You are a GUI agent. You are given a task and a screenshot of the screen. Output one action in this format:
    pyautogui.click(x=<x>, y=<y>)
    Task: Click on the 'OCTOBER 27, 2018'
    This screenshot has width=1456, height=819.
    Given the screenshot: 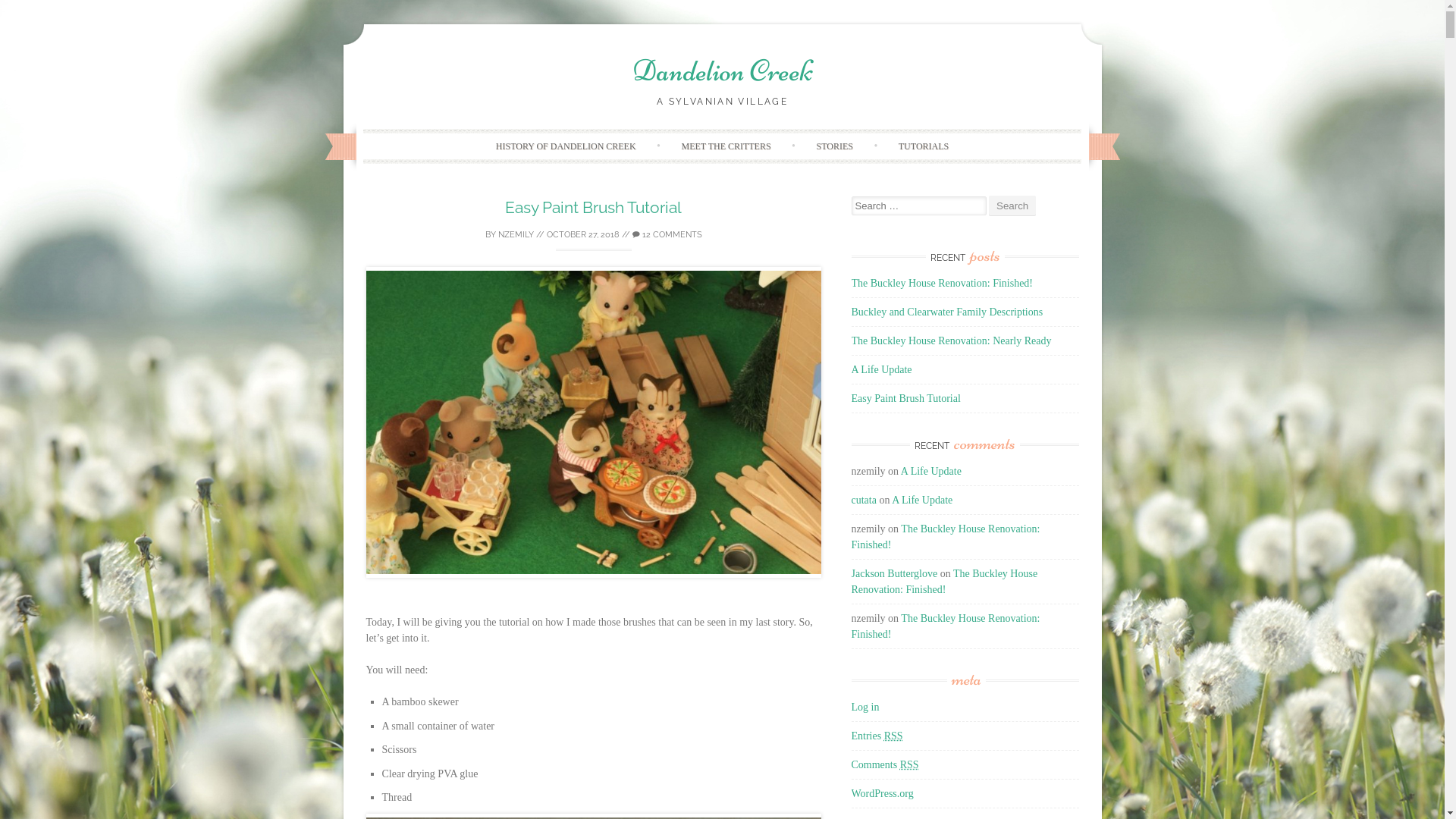 What is the action you would take?
    pyautogui.click(x=582, y=234)
    